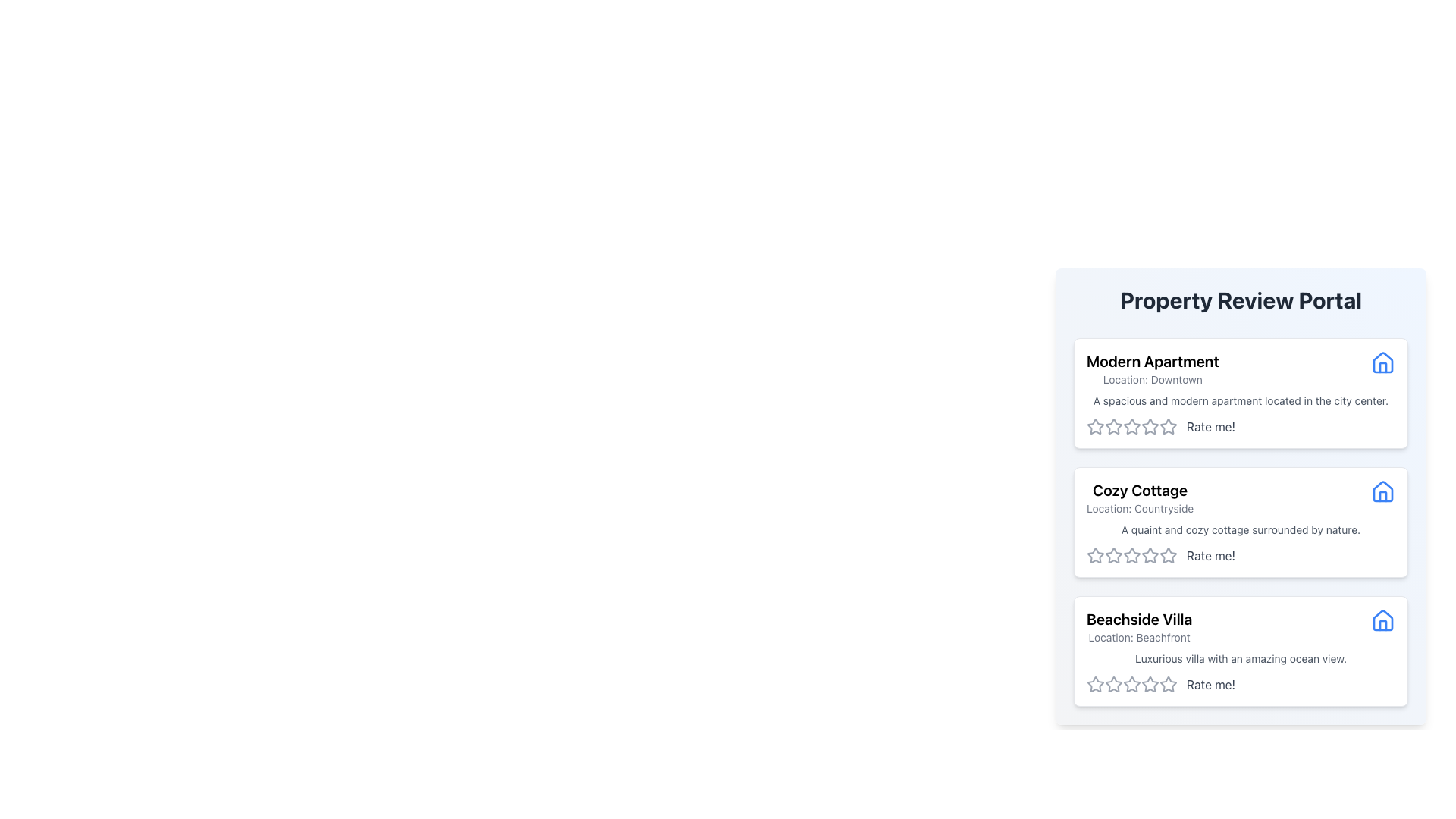 Image resolution: width=1456 pixels, height=819 pixels. Describe the element at coordinates (1210, 684) in the screenshot. I see `the text label displaying 'Rate me!' in dark gray color, located to the right of the star icons in the rating panel of the 'Beachside Villa' property card` at that location.